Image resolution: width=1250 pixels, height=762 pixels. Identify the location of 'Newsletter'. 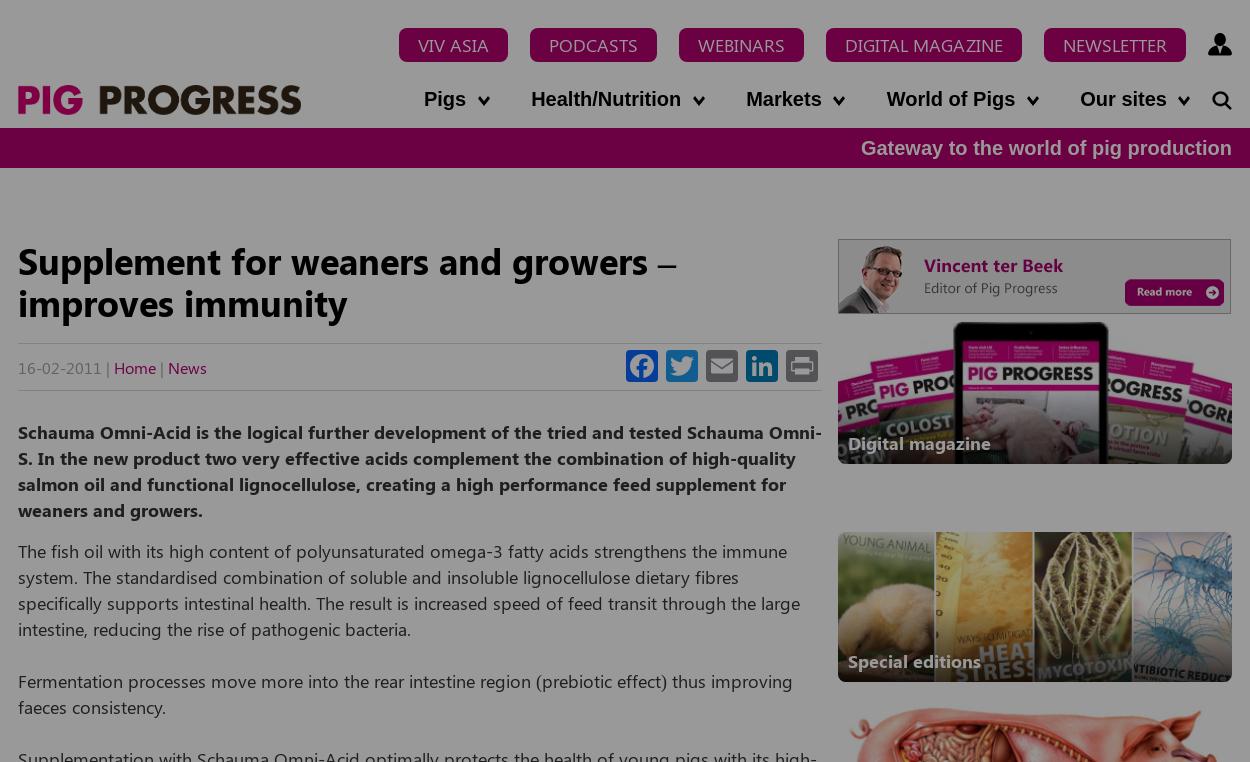
(1114, 44).